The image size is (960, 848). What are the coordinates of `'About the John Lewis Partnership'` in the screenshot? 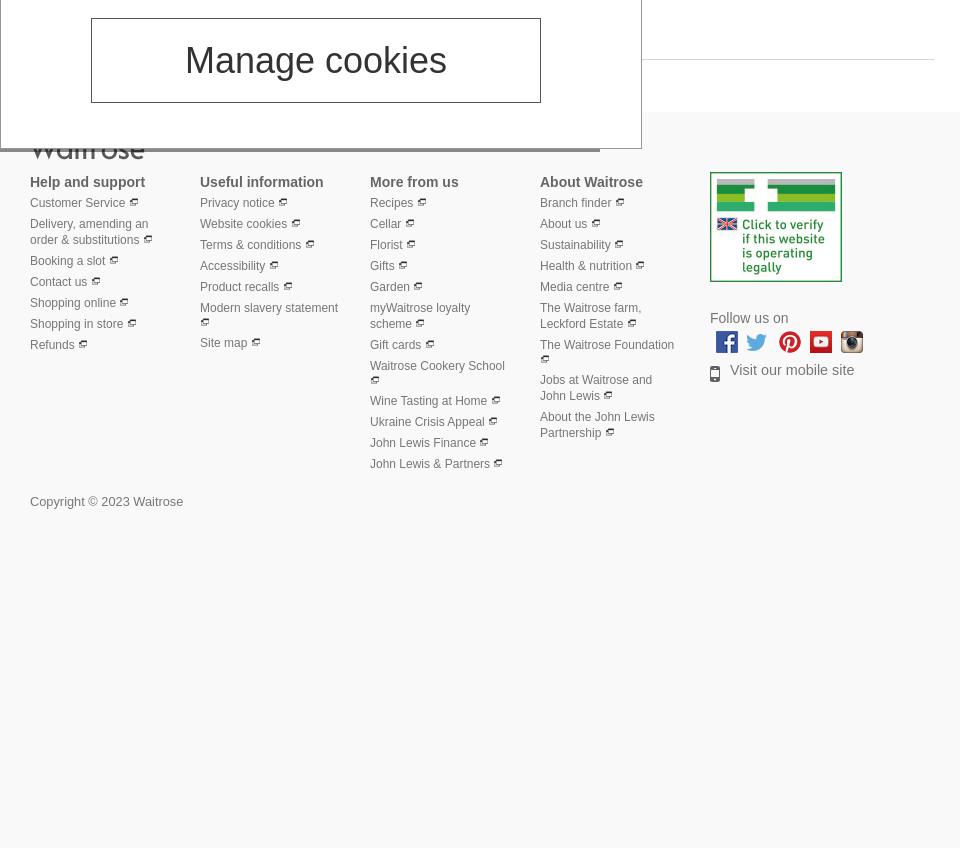 It's located at (597, 424).